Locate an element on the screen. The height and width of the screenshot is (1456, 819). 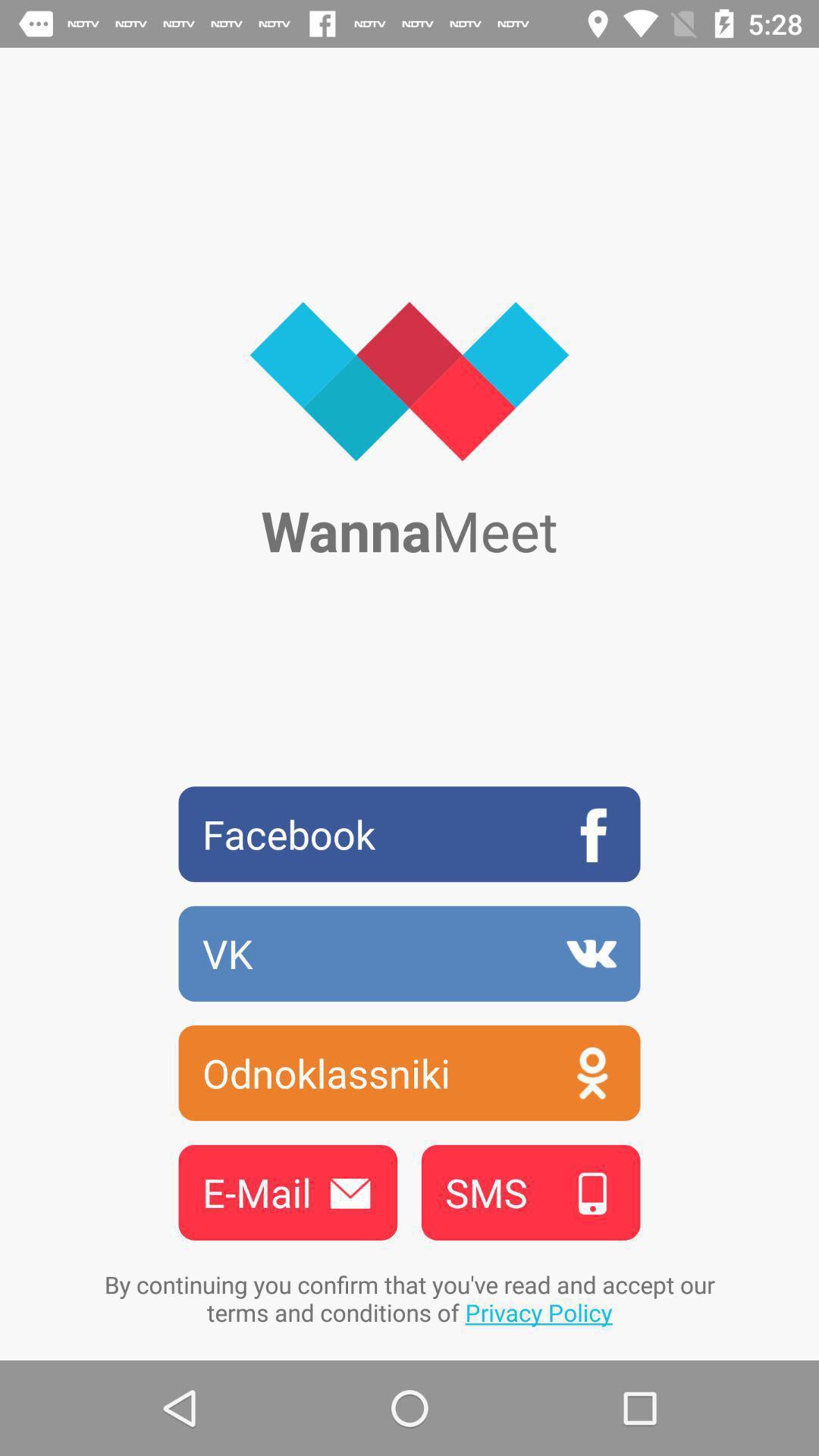
the item below wannameet icon is located at coordinates (409, 833).